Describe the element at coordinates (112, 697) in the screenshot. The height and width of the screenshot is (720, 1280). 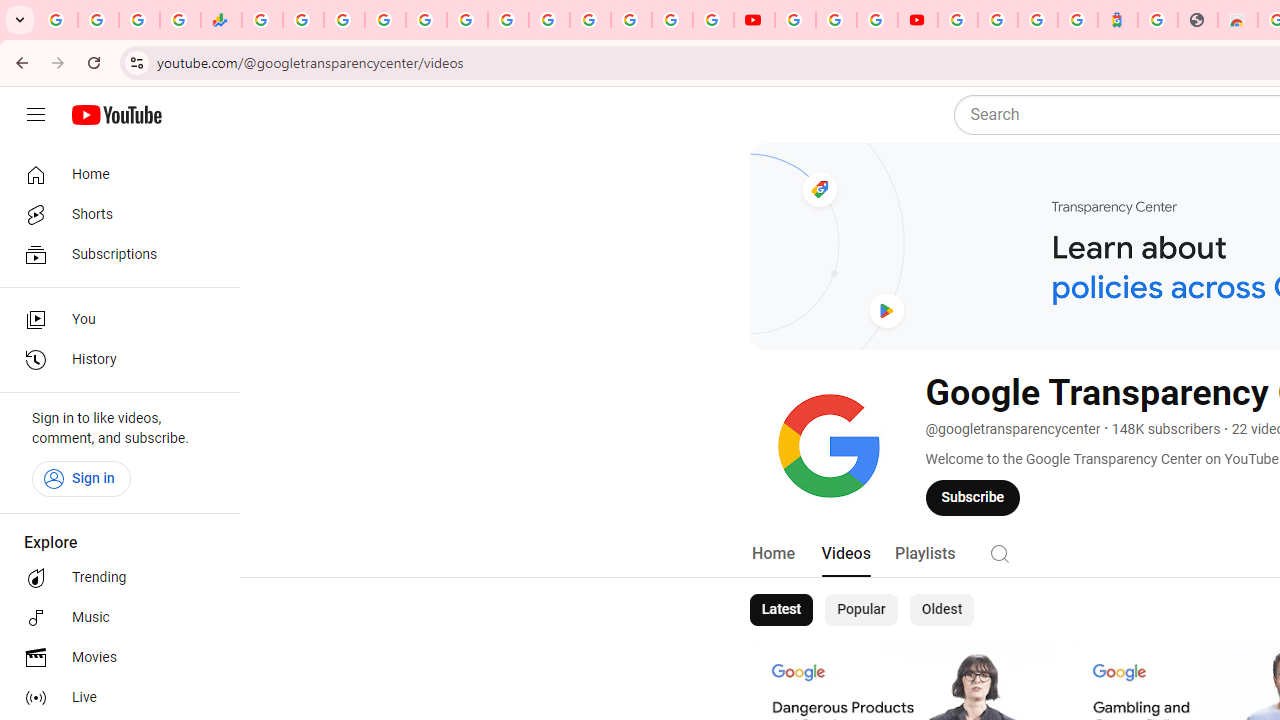
I see `'Live'` at that location.